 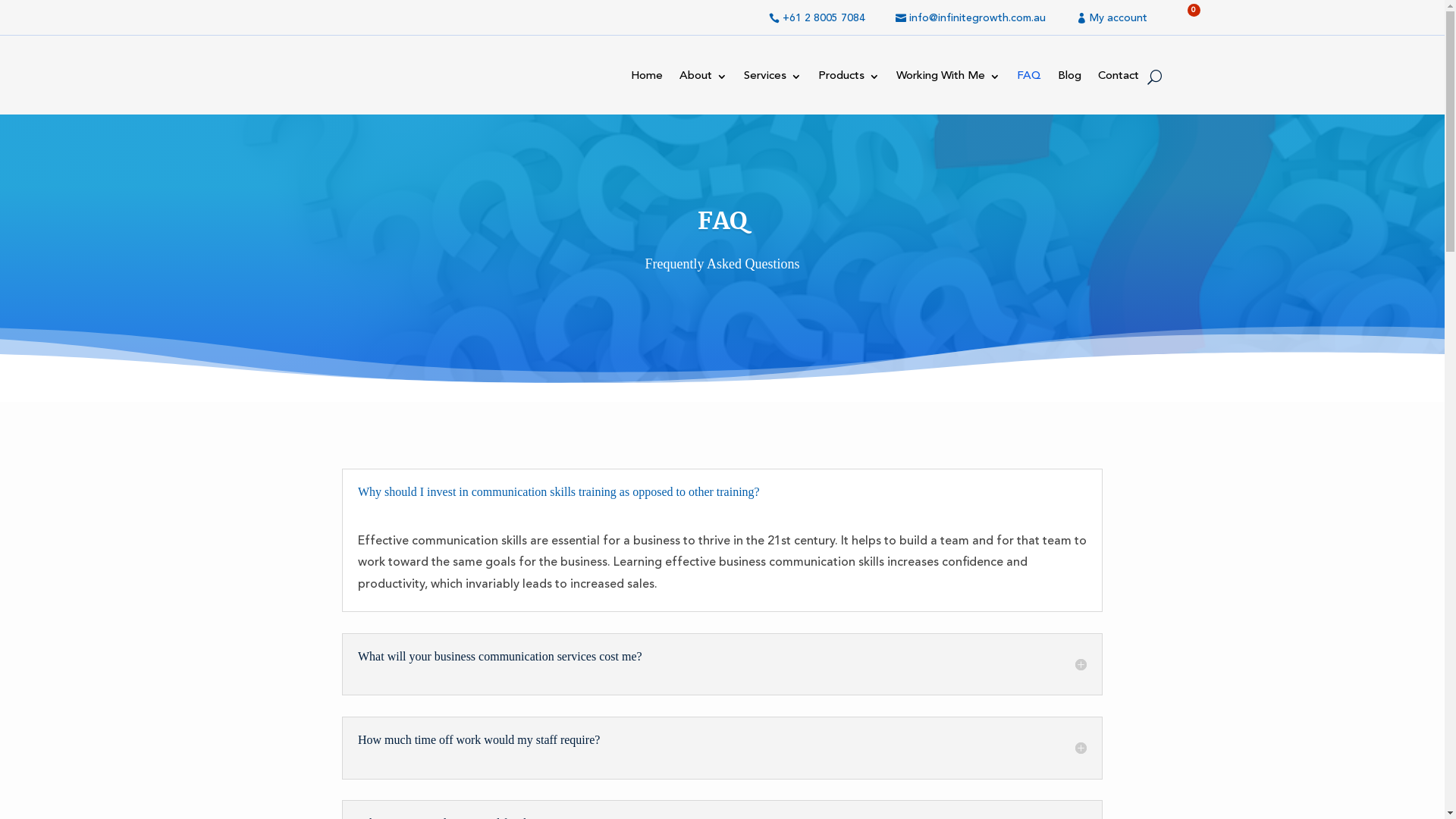 I want to click on 'Services', so click(x=771, y=79).